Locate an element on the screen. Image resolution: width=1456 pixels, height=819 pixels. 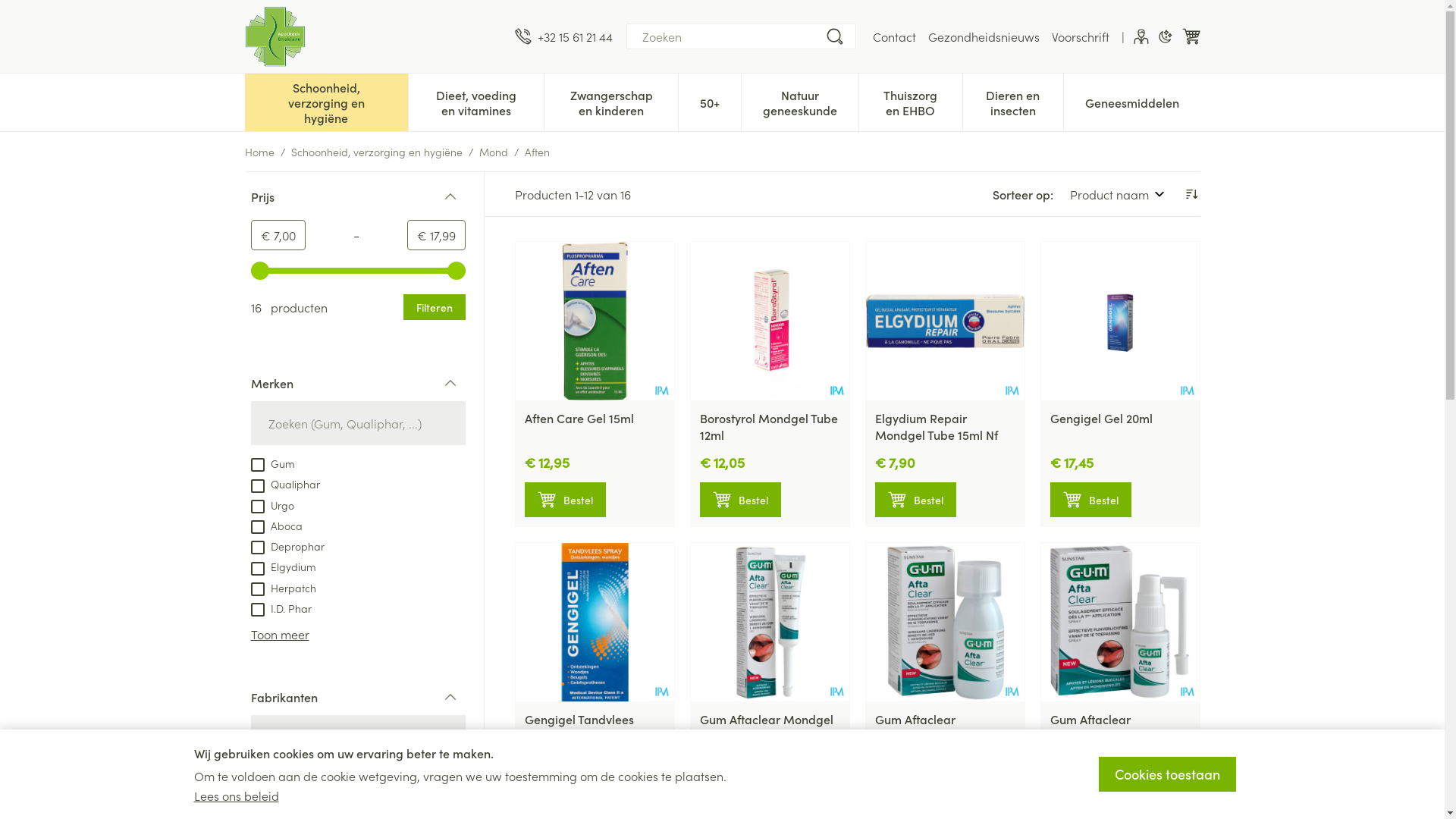
'Mond' is located at coordinates (494, 152).